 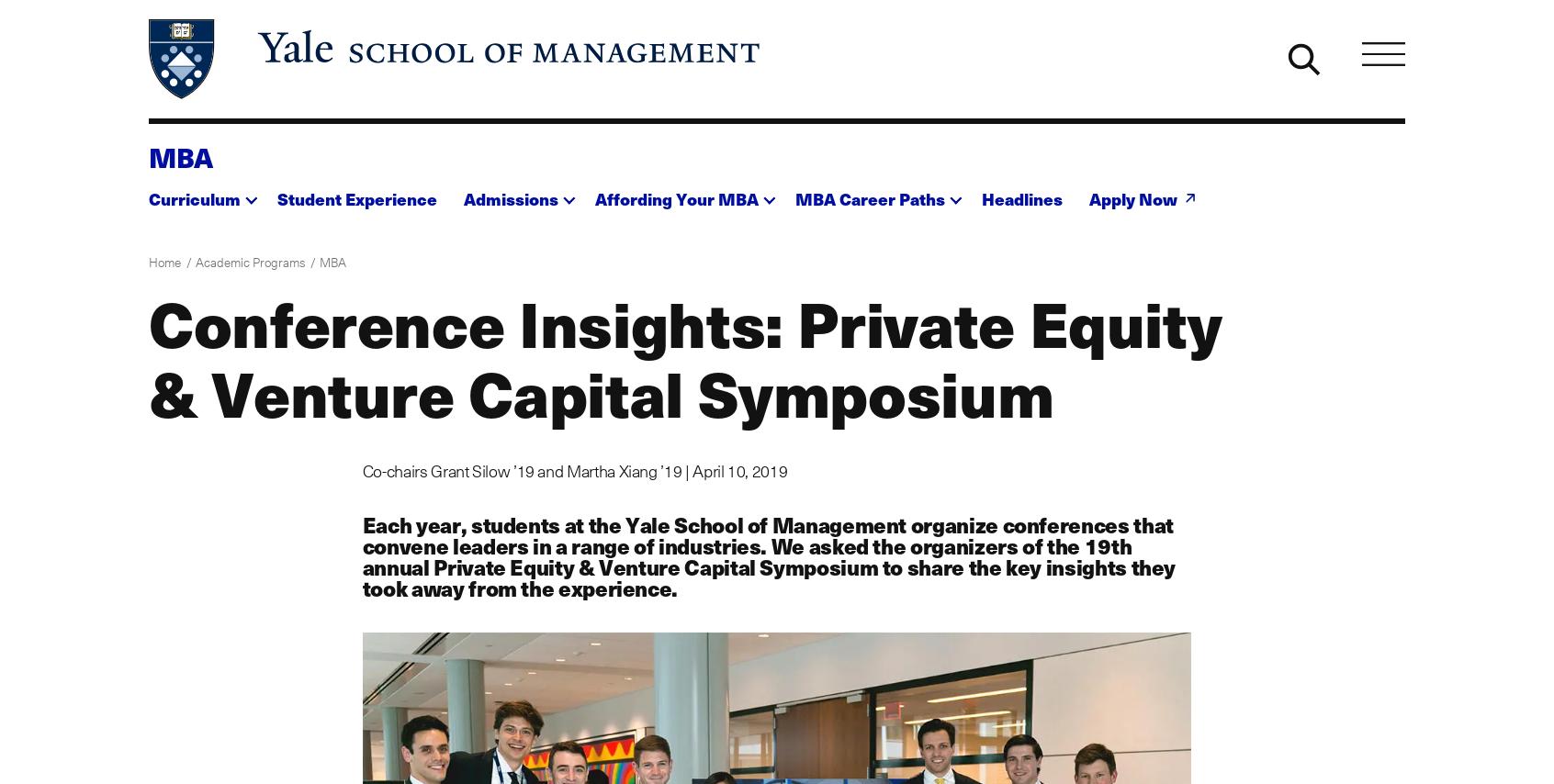 What do you see at coordinates (865, 348) in the screenshot?
I see `'Employment Report 2022-23'` at bounding box center [865, 348].